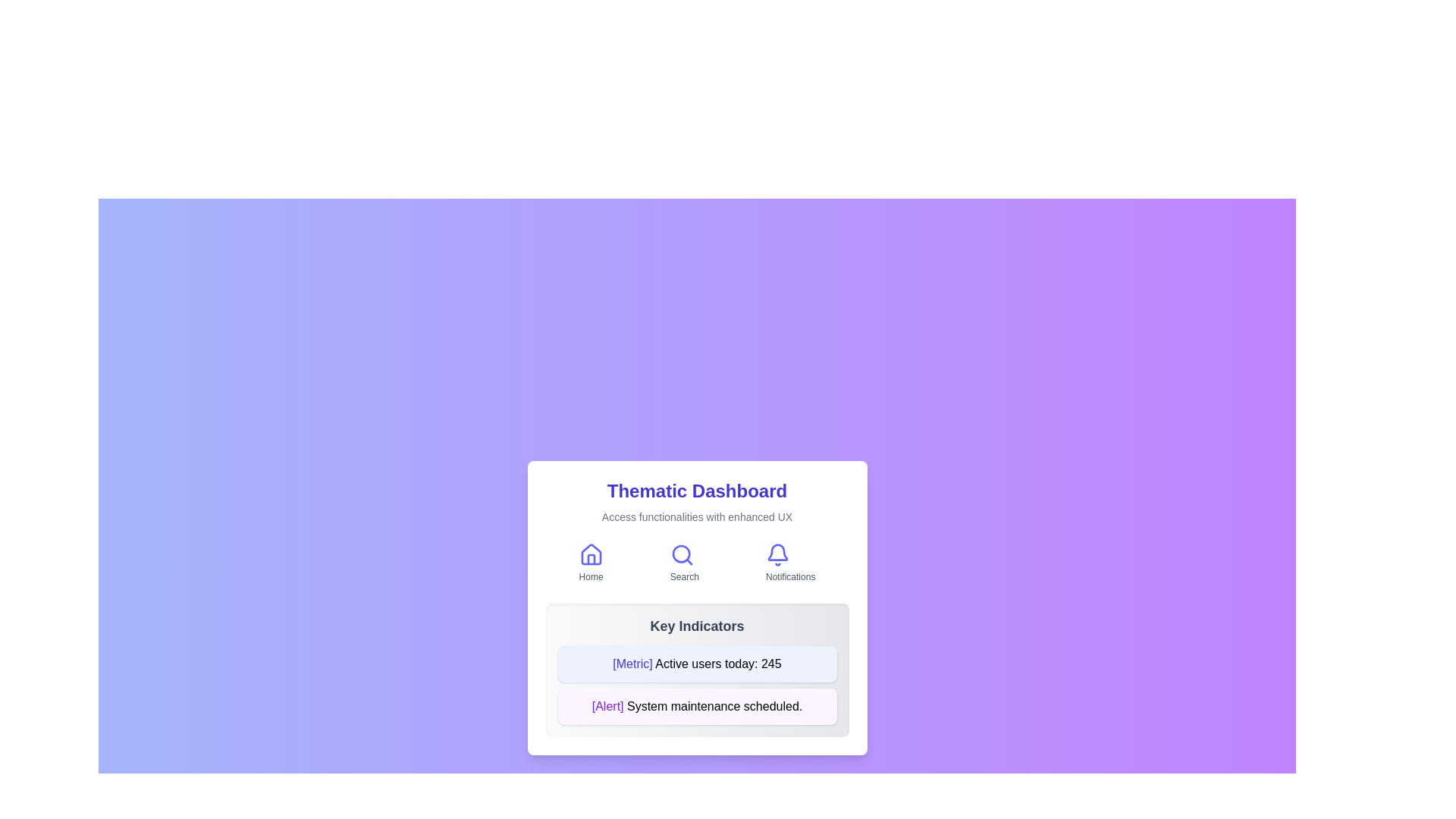  Describe the element at coordinates (696, 502) in the screenshot. I see `text of the heading located at the top of the white card-like area, which serves as a title and description for the surrounding interface` at that location.